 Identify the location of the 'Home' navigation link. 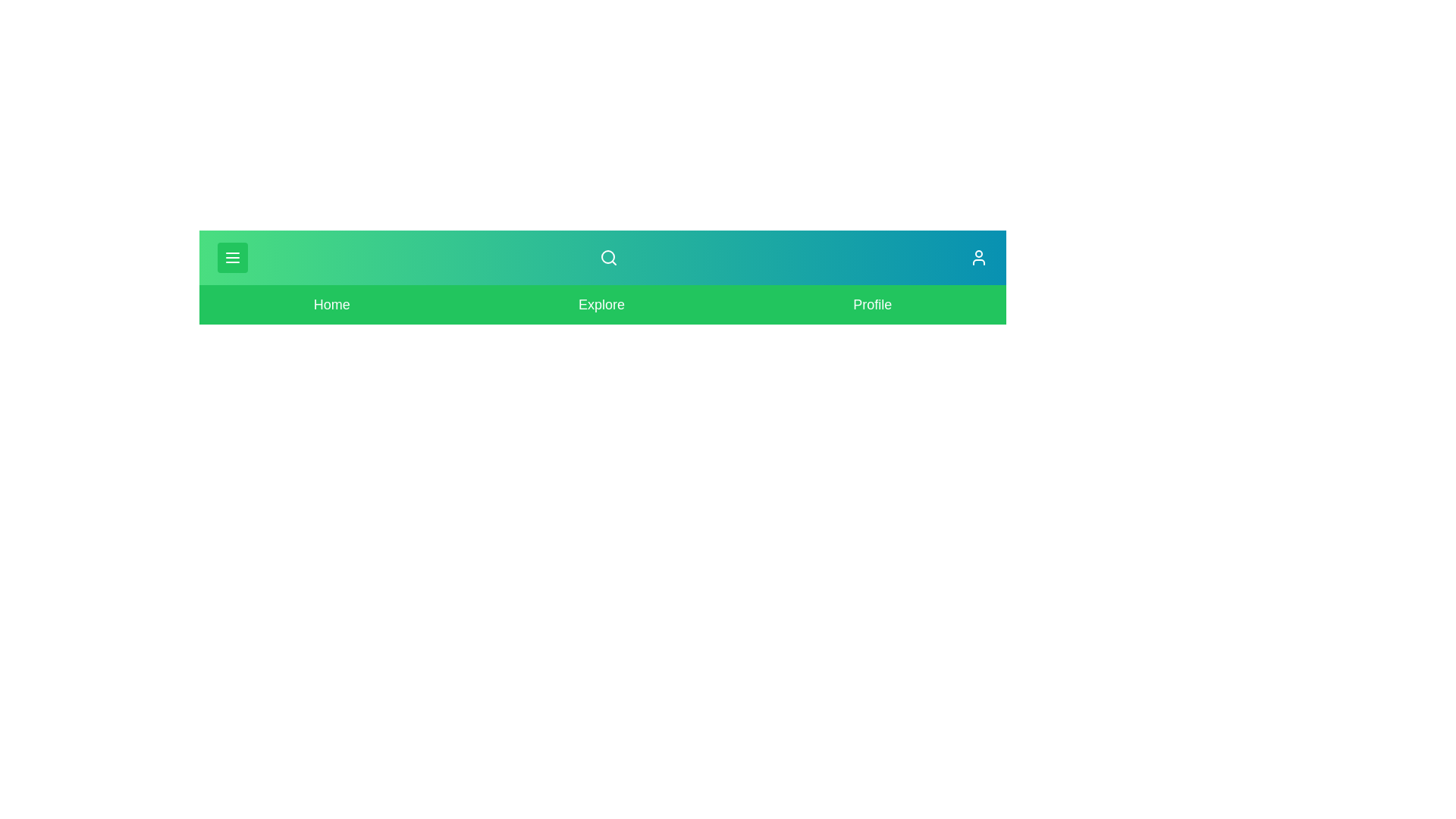
(330, 304).